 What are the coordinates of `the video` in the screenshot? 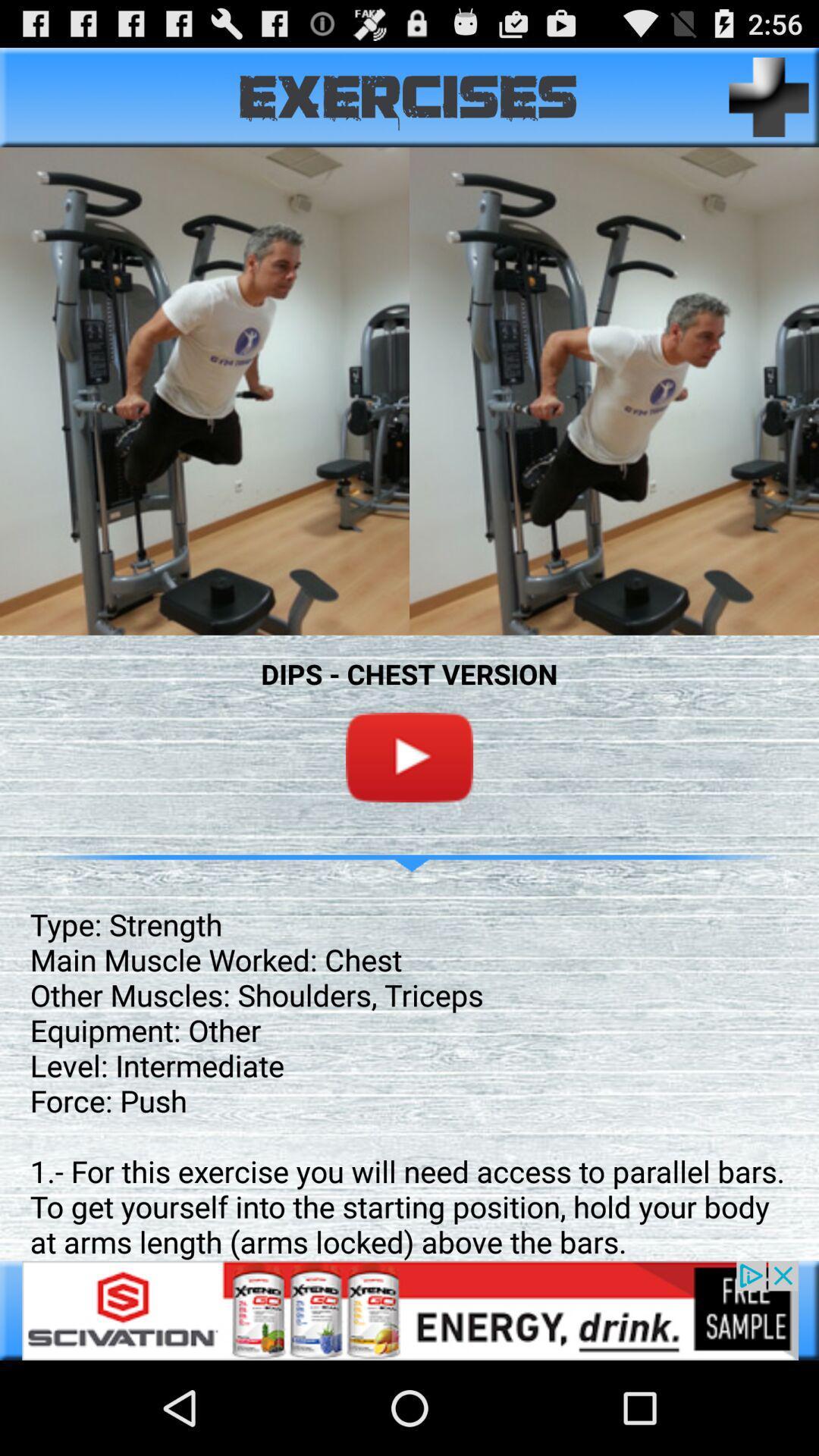 It's located at (409, 757).